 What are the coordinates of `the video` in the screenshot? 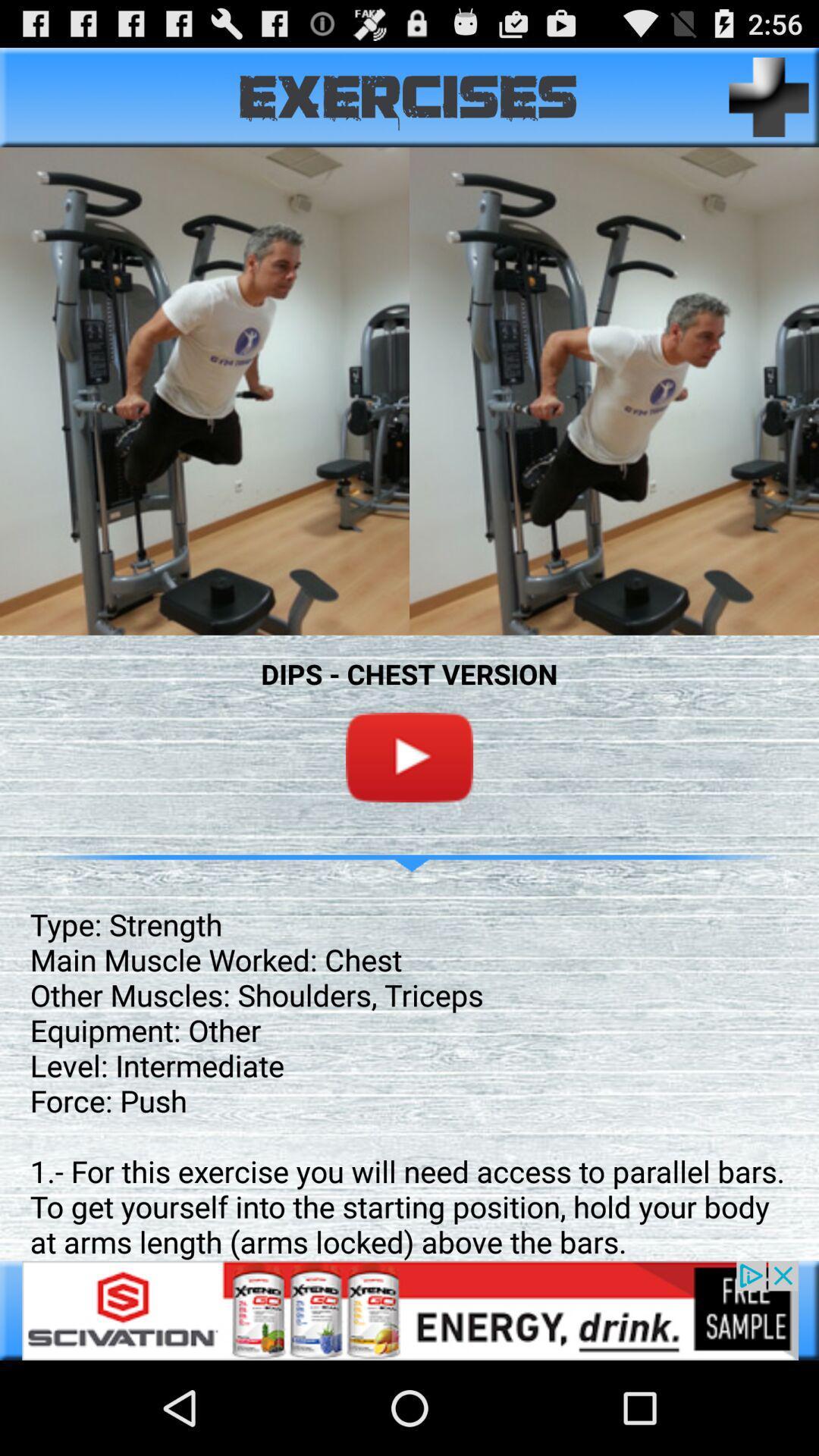 It's located at (409, 757).